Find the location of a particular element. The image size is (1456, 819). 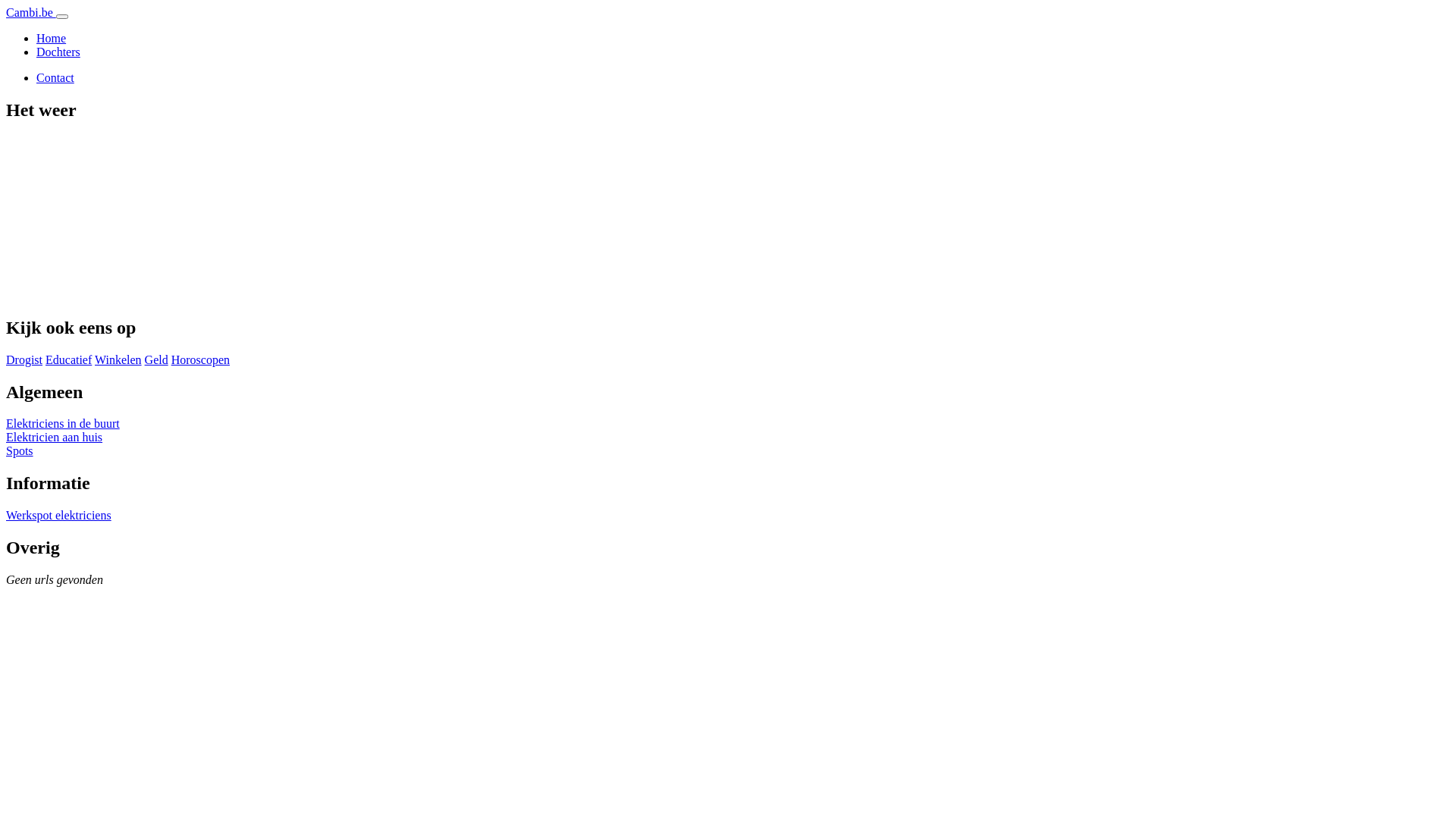

'Drogist' is located at coordinates (24, 359).